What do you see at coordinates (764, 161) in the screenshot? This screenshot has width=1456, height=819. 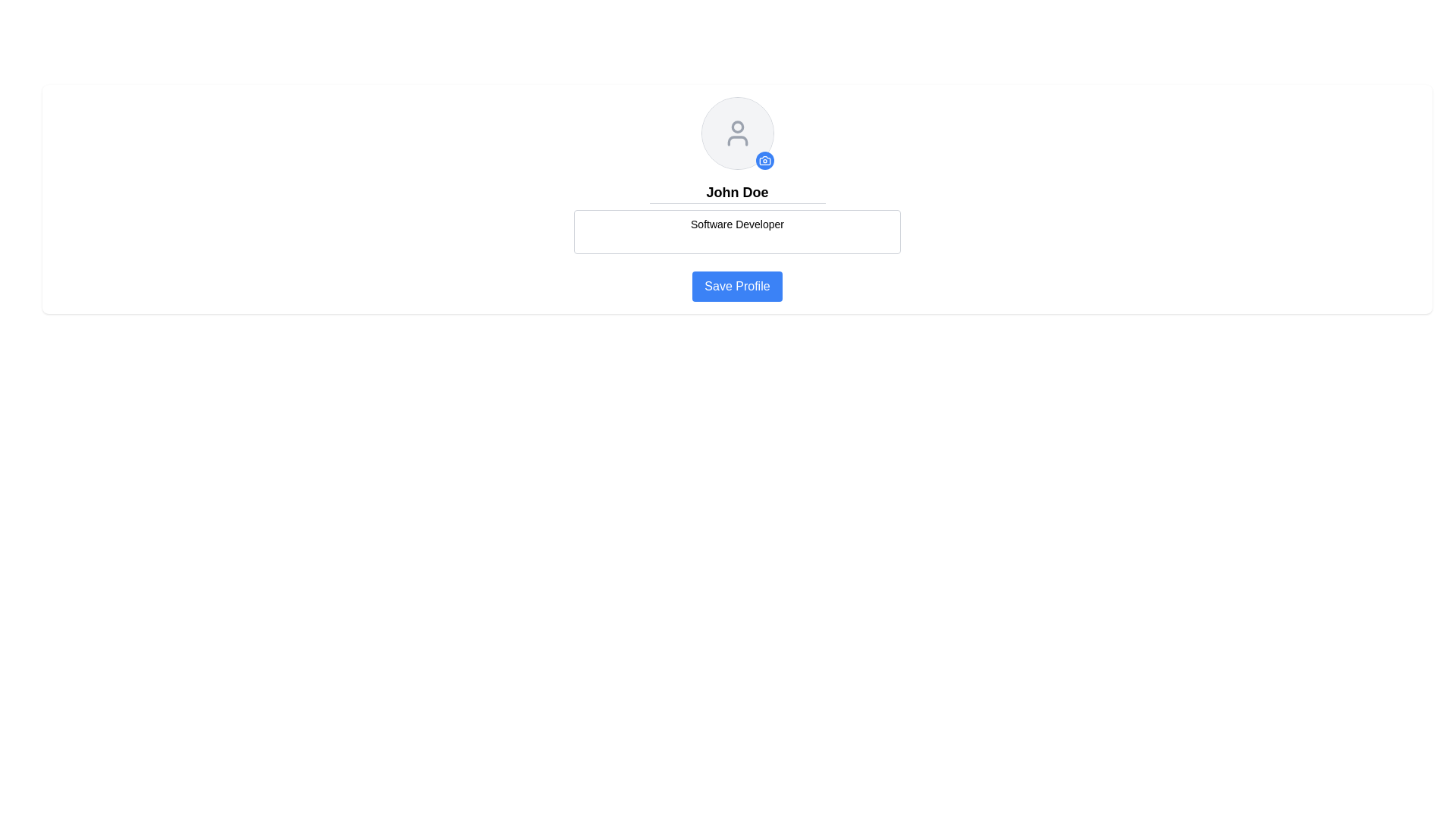 I see `the body part of the decorative camera icon used for editing or uploading the user profile picture, located at the top-right section of the profile image` at bounding box center [764, 161].